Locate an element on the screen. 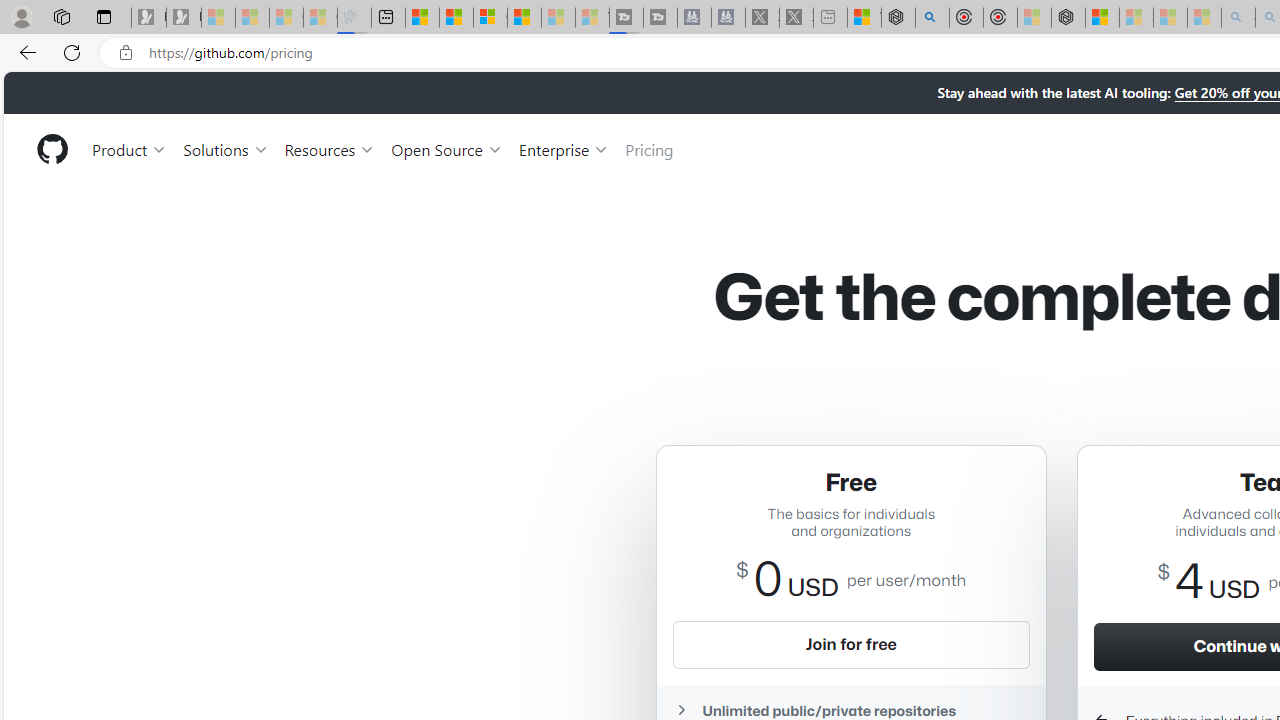 The image size is (1280, 720). 'Pricing' is located at coordinates (649, 148).